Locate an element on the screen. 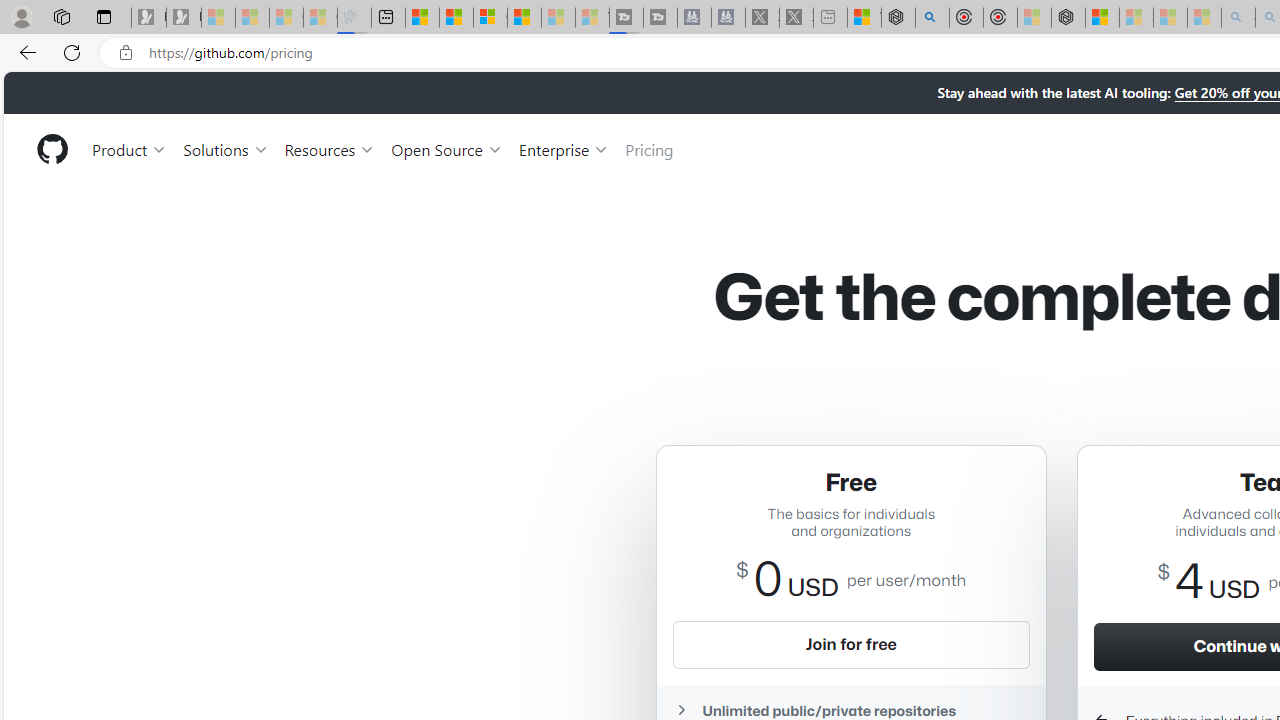 The image size is (1280, 720). 'Pricing' is located at coordinates (649, 148).